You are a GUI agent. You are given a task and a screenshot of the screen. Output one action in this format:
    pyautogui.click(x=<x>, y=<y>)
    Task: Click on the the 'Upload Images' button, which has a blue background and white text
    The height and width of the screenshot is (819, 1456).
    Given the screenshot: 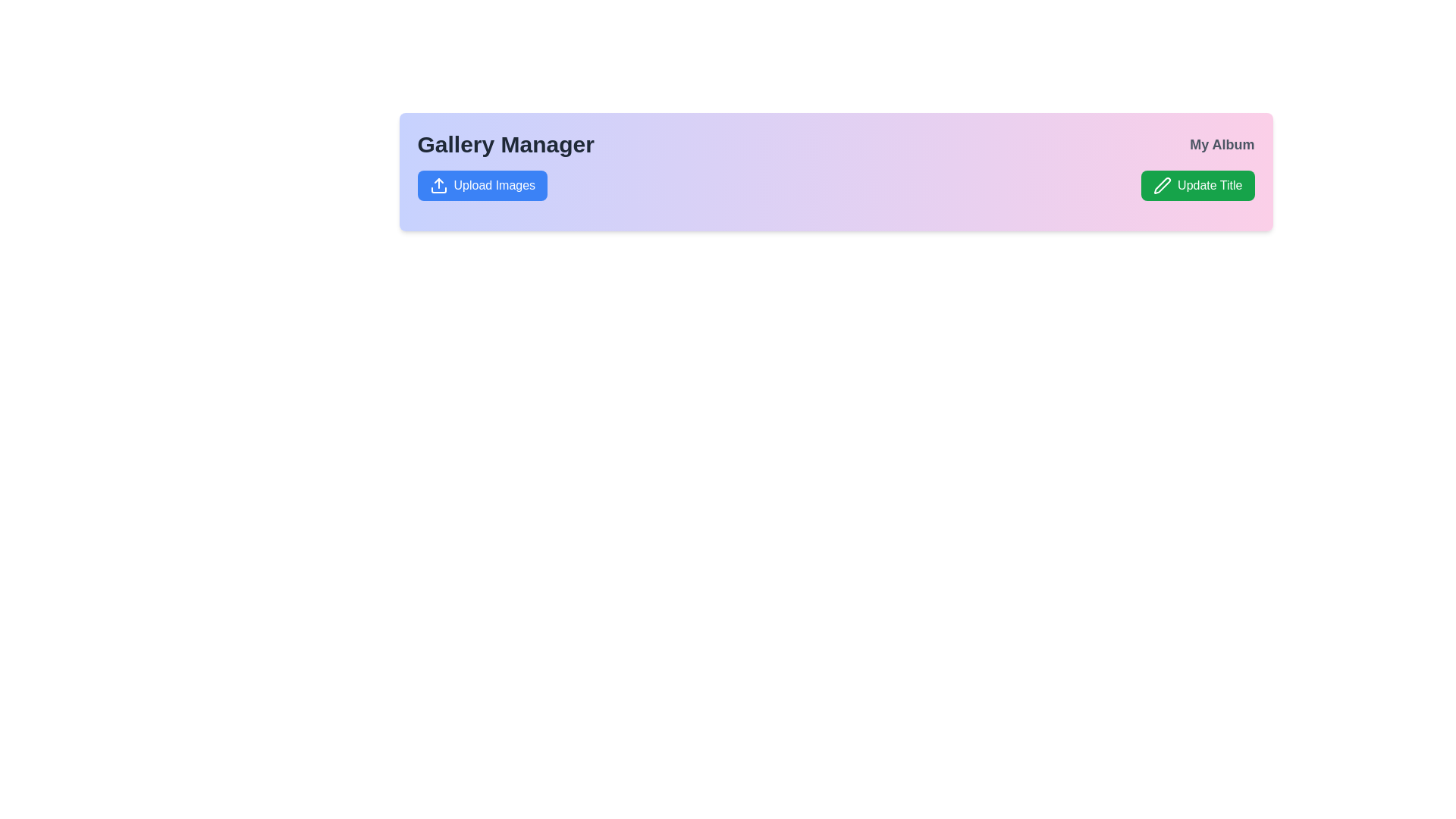 What is the action you would take?
    pyautogui.click(x=482, y=185)
    